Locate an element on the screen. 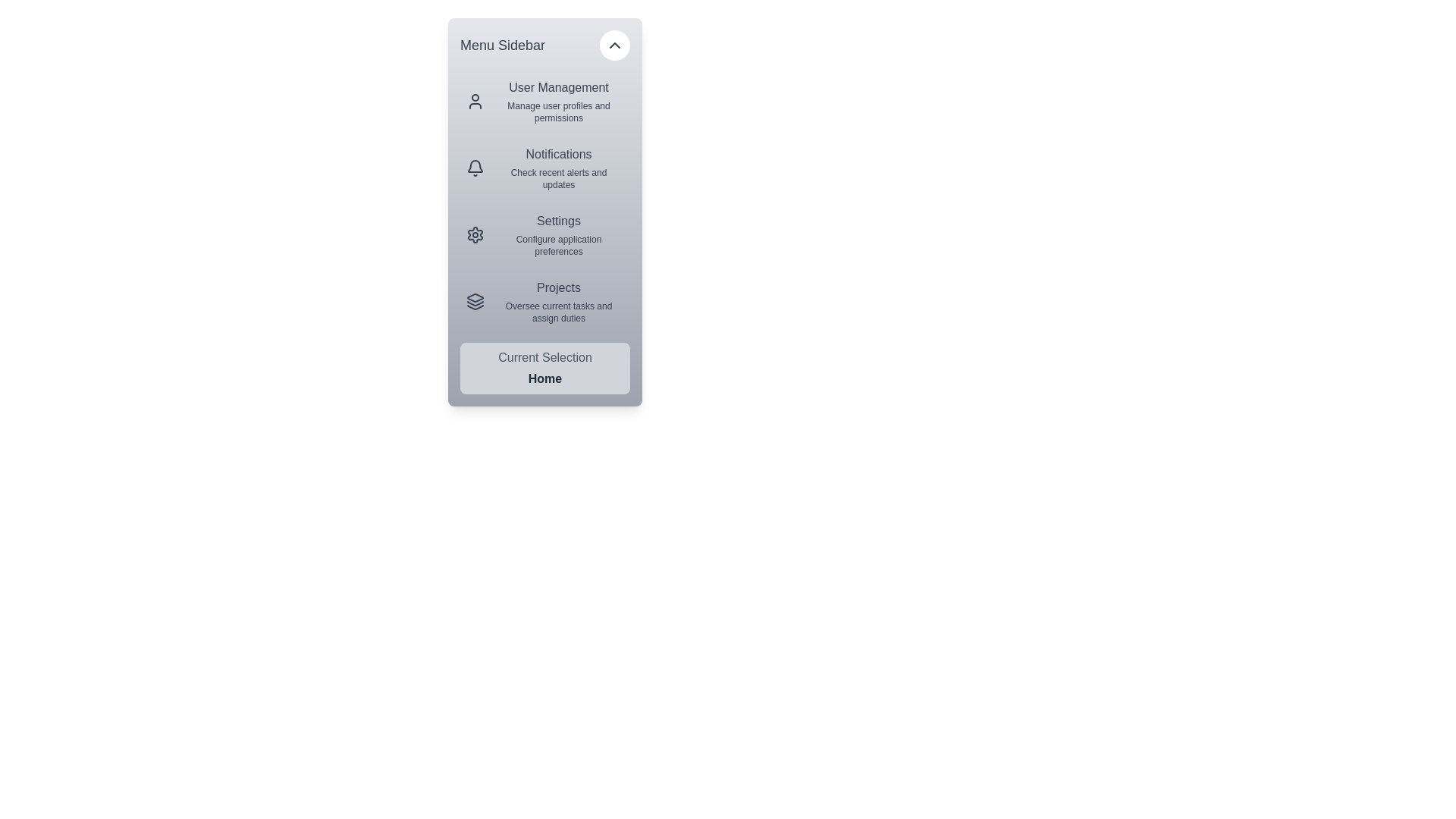 This screenshot has width=1456, height=819. the 'Projects' menu icon located near the middle of the sidebar, below the 'Settings' section and adjacent to the 'Projects' label is located at coordinates (475, 298).